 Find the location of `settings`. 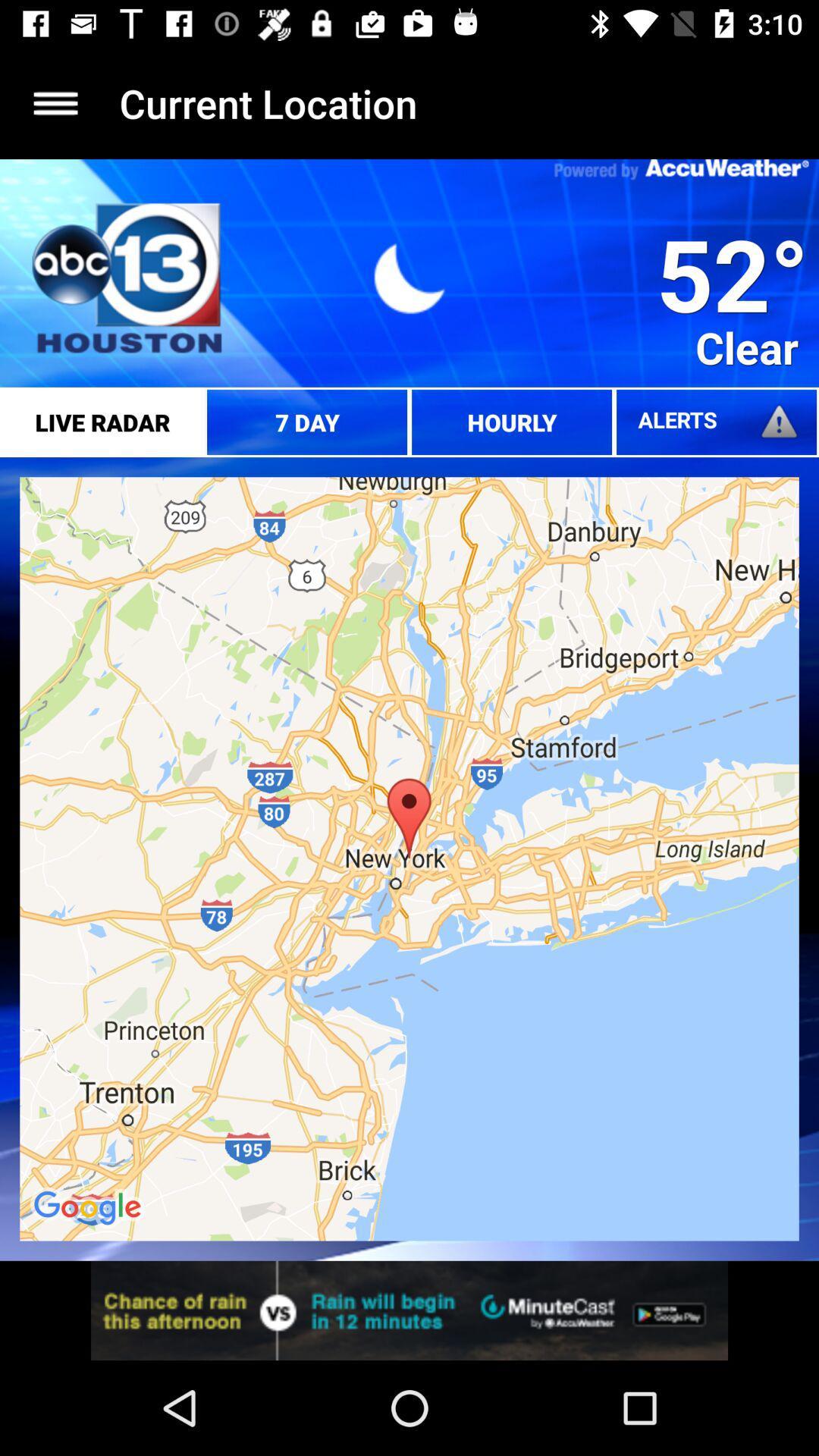

settings is located at coordinates (55, 102).